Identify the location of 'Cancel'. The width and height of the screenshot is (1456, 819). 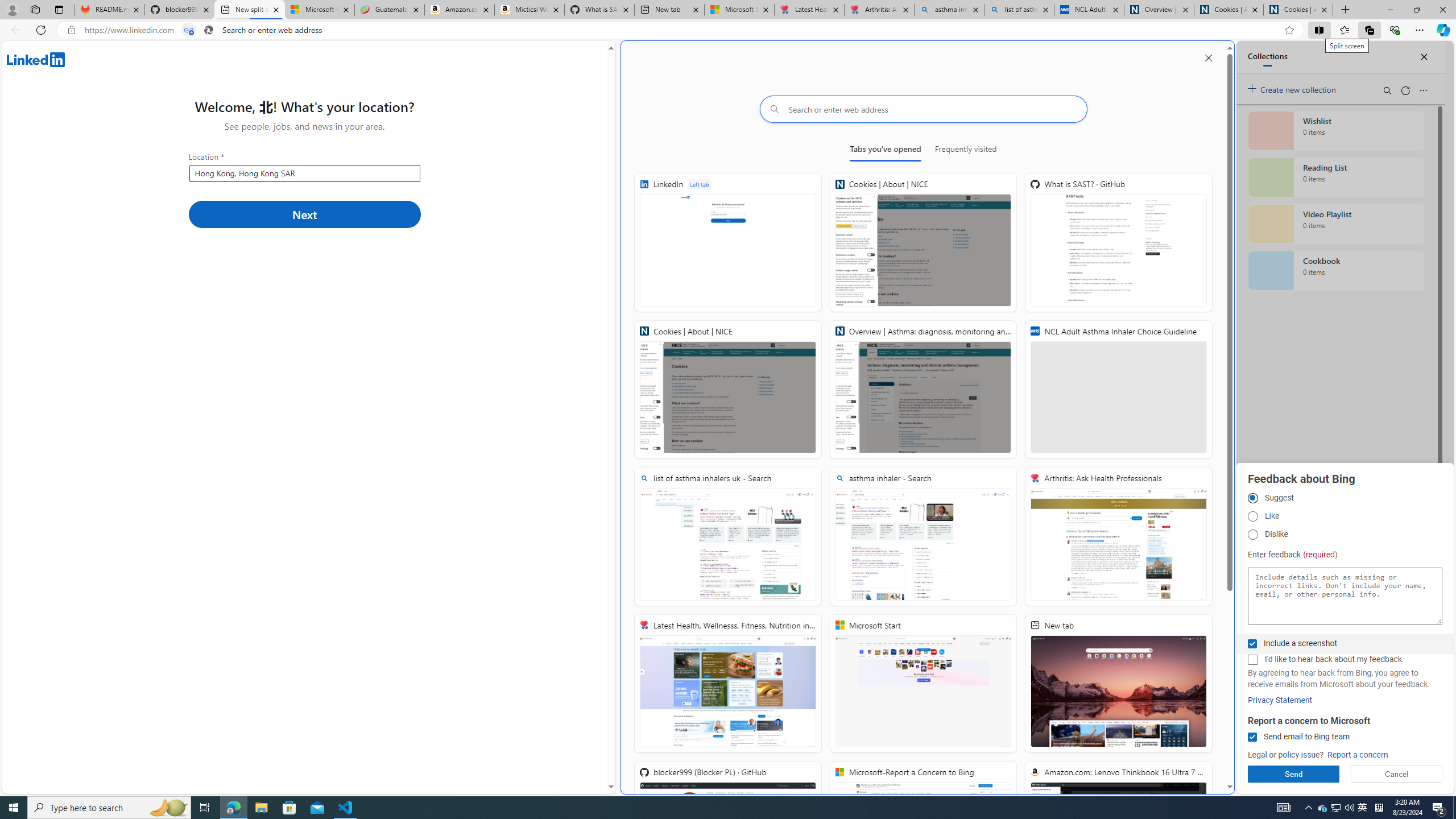
(1396, 773).